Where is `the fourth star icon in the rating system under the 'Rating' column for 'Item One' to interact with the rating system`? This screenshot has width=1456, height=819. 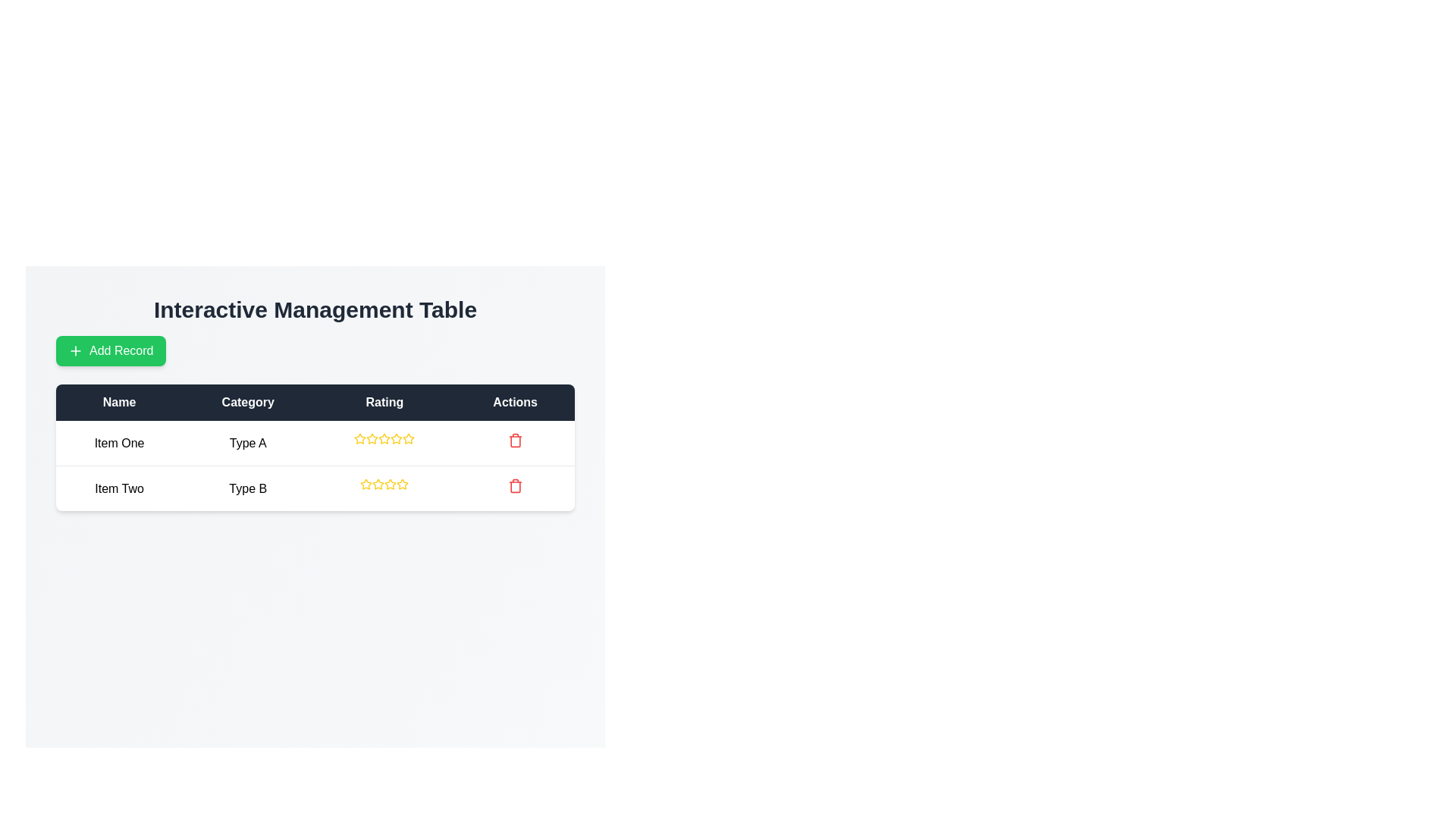 the fourth star icon in the rating system under the 'Rating' column for 'Item One' to interact with the rating system is located at coordinates (384, 438).